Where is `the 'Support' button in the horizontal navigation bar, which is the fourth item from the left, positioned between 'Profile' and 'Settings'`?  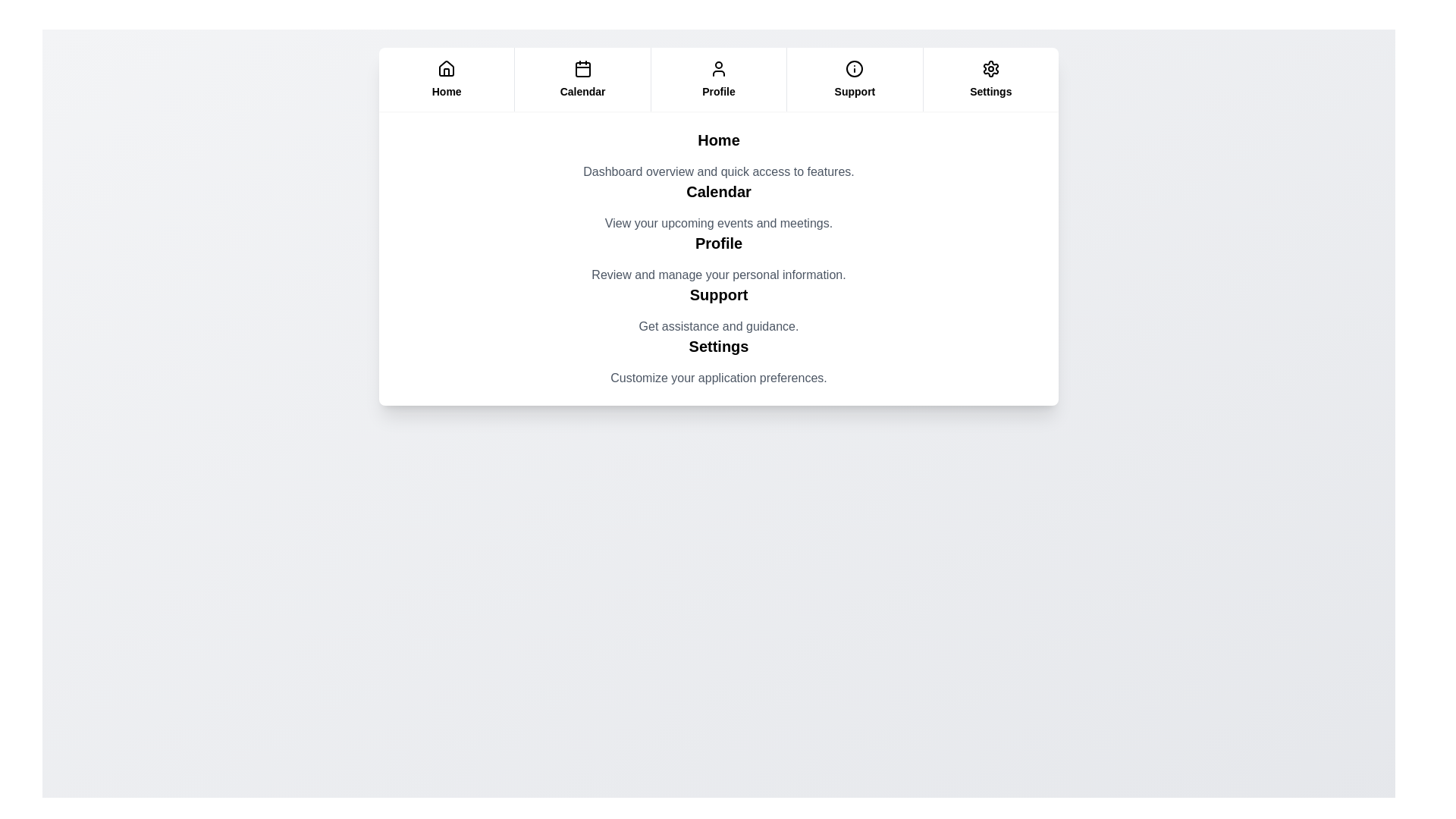
the 'Support' button in the horizontal navigation bar, which is the fourth item from the left, positioned between 'Profile' and 'Settings' is located at coordinates (854, 79).